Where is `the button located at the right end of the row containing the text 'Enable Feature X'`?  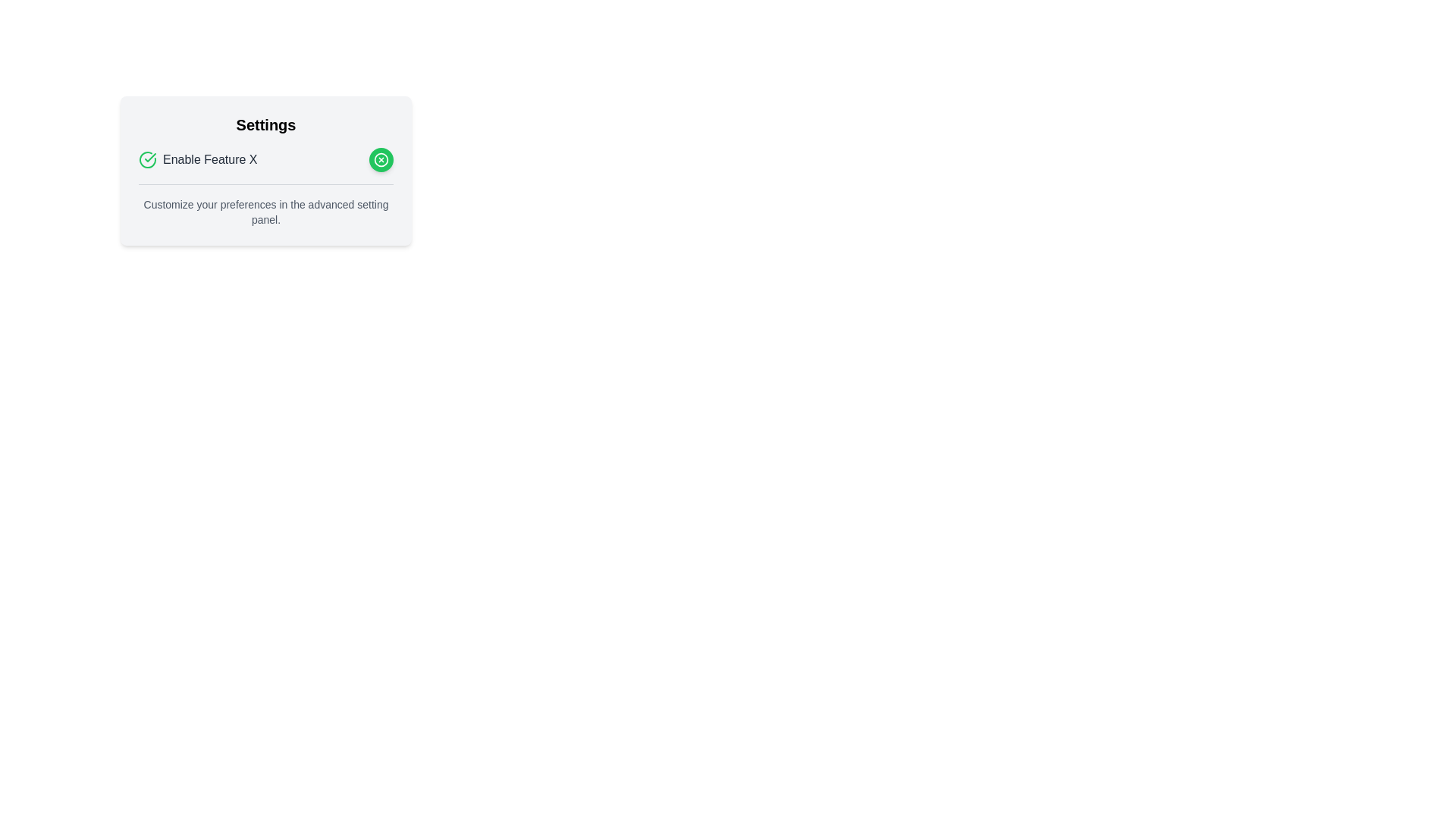
the button located at the right end of the row containing the text 'Enable Feature X' is located at coordinates (381, 160).